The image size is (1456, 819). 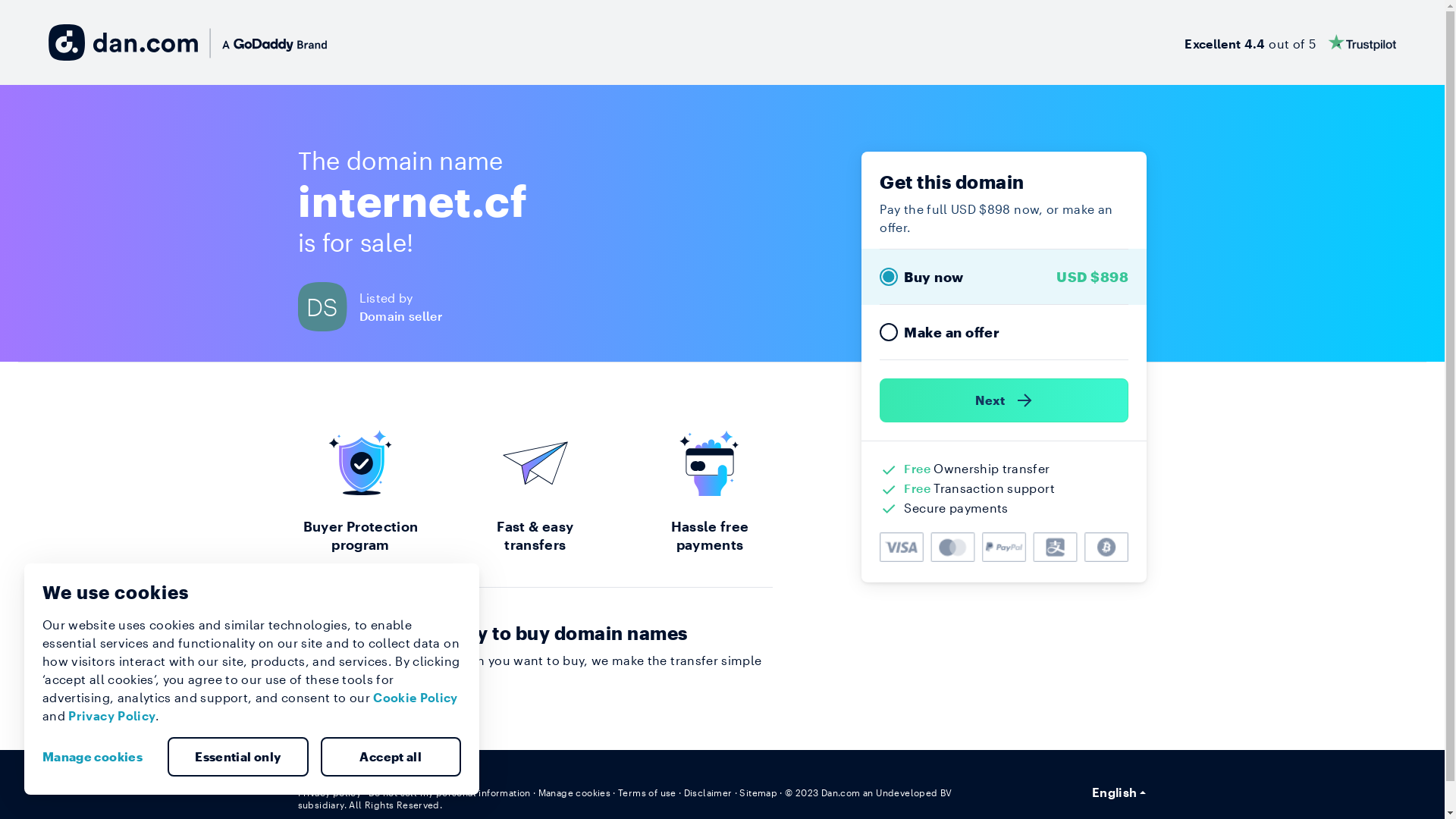 What do you see at coordinates (372, 697) in the screenshot?
I see `'Cookie Policy'` at bounding box center [372, 697].